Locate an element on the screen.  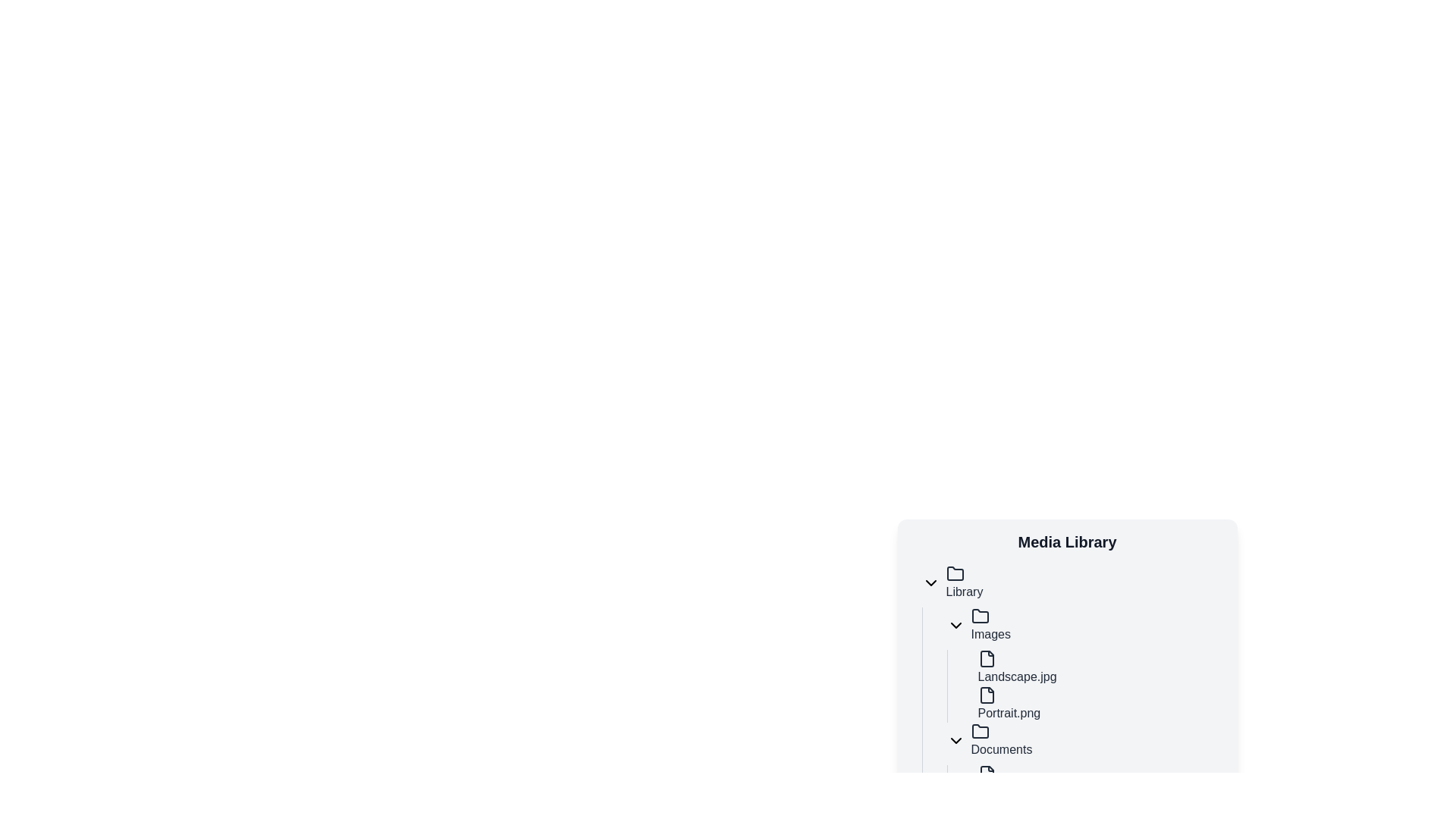
the folder icon located in the second tier of elements under the 'Library' directory, specifically associated with the 'Documents' entry is located at coordinates (980, 730).